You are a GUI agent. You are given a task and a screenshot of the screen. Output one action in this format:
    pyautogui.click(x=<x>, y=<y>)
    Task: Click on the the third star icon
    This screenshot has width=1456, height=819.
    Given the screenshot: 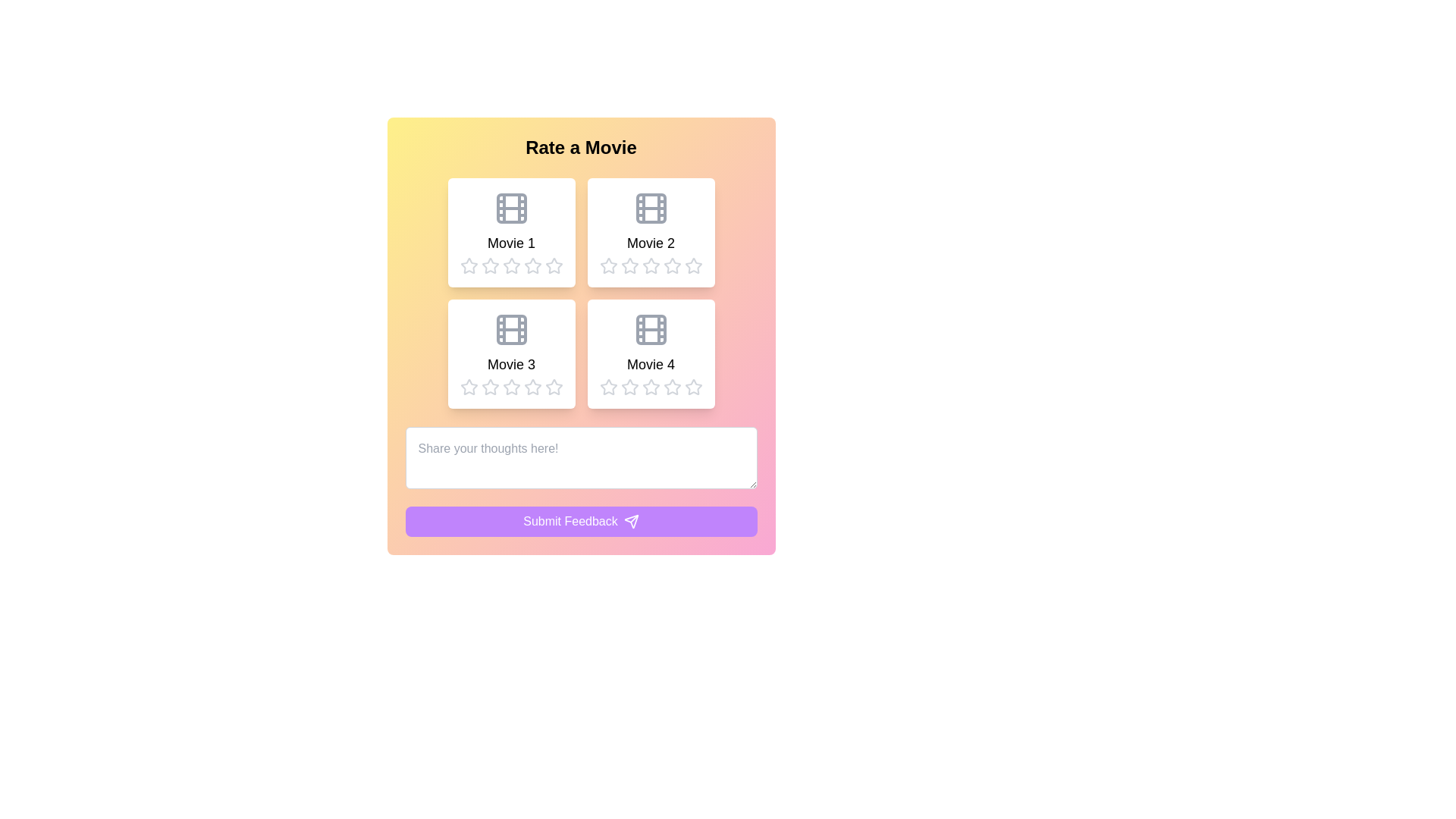 What is the action you would take?
    pyautogui.click(x=629, y=386)
    